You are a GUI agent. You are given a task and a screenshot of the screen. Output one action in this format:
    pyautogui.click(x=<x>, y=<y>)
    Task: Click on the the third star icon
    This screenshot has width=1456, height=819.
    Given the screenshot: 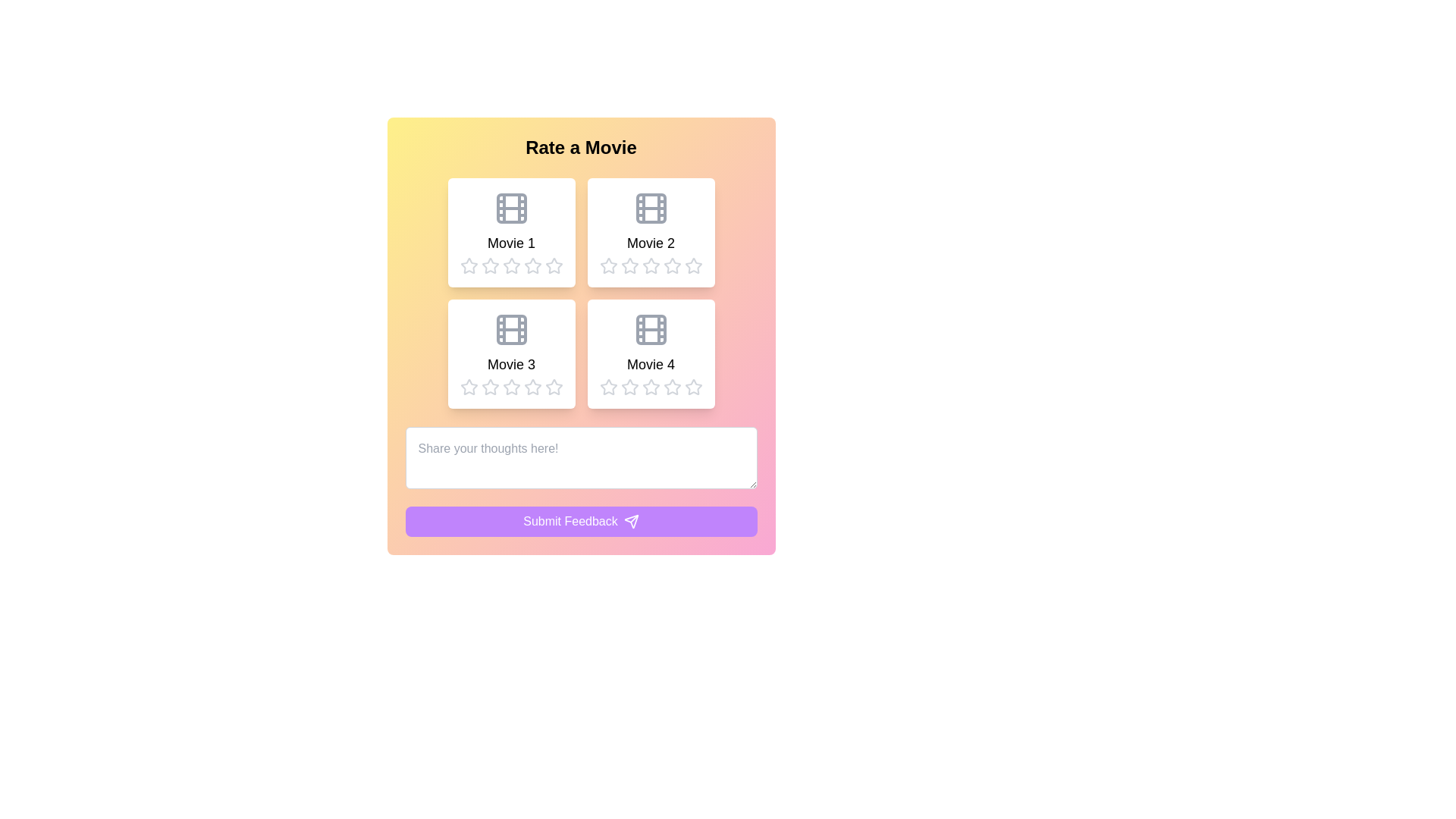 What is the action you would take?
    pyautogui.click(x=629, y=386)
    